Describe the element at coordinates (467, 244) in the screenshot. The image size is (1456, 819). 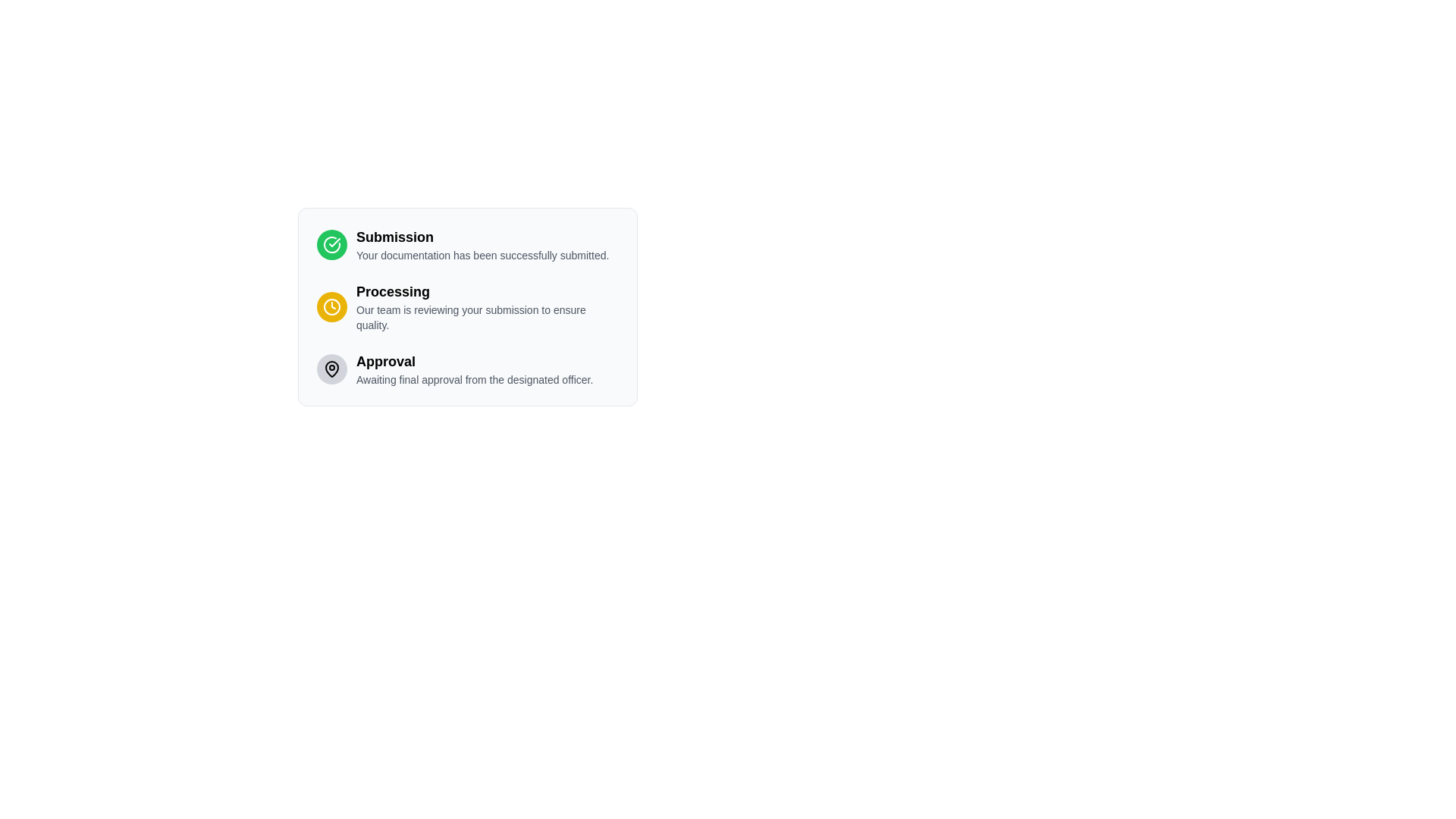
I see `success message from the confirmation Text with icon composite element located at the top of the submission status list` at that location.